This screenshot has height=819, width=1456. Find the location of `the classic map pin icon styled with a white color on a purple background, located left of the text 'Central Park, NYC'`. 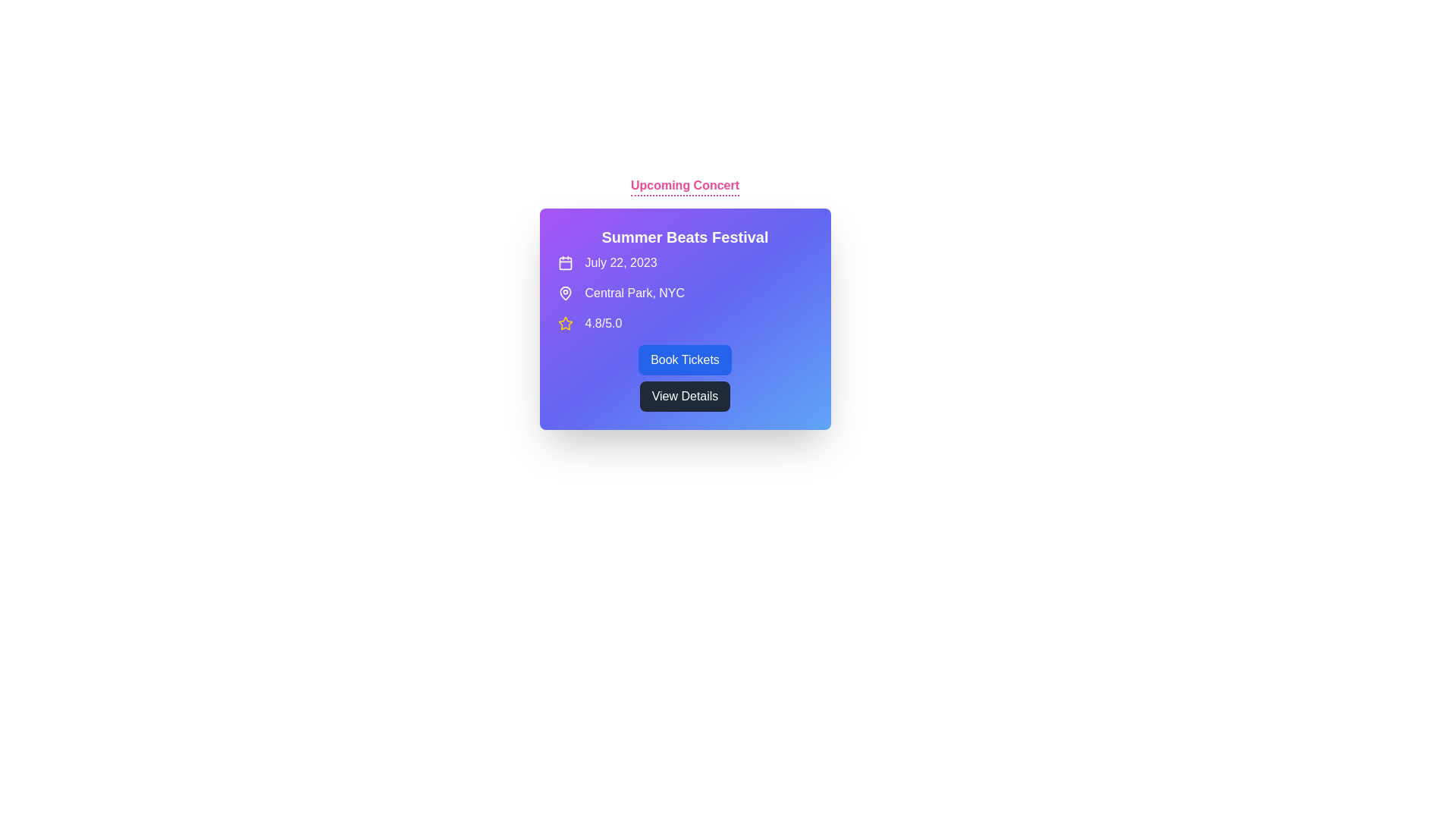

the classic map pin icon styled with a white color on a purple background, located left of the text 'Central Park, NYC' is located at coordinates (564, 293).